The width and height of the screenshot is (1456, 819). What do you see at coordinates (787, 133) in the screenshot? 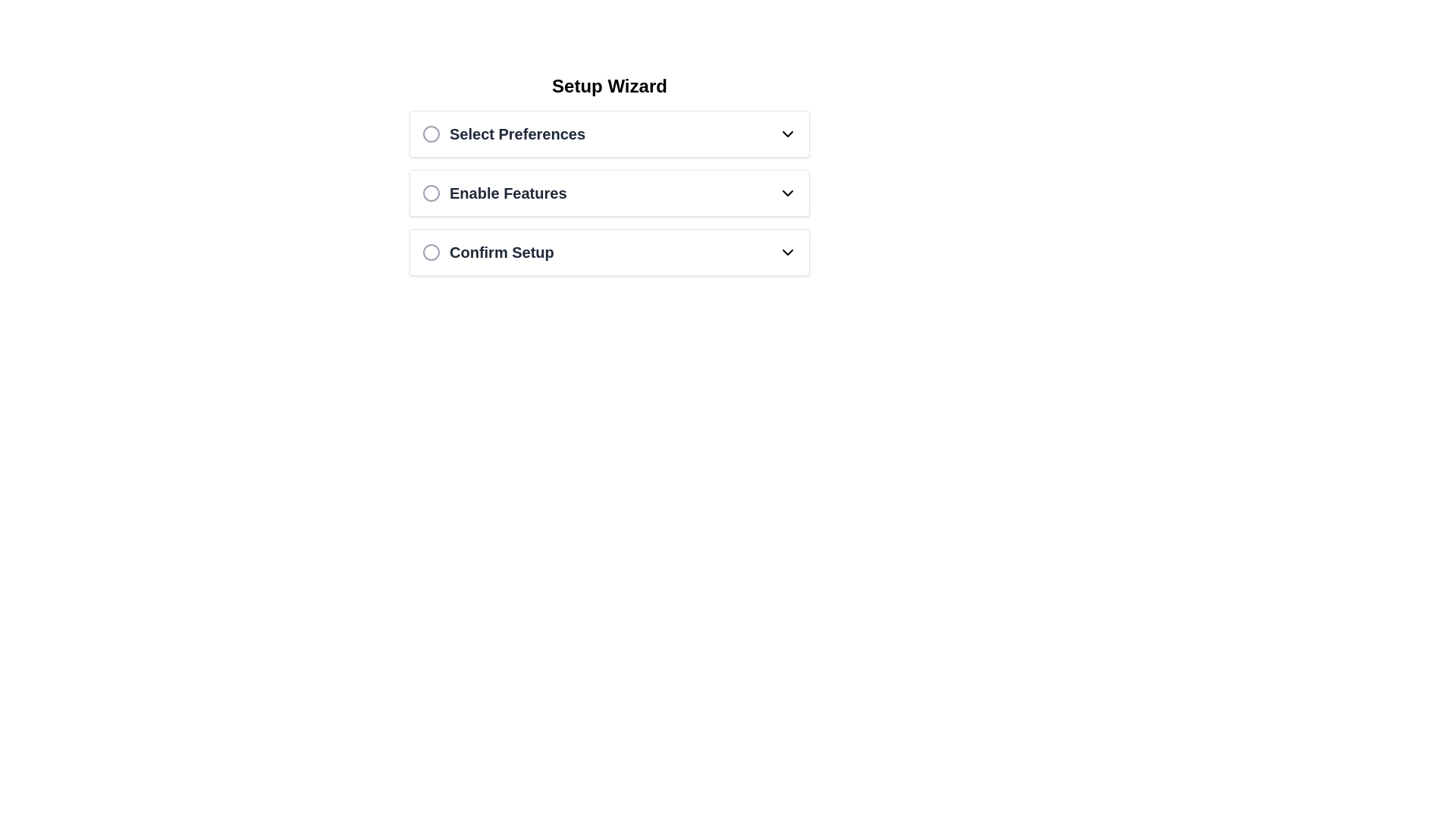
I see `the Chevron icon located to the right of the 'Select Preferences' text` at bounding box center [787, 133].